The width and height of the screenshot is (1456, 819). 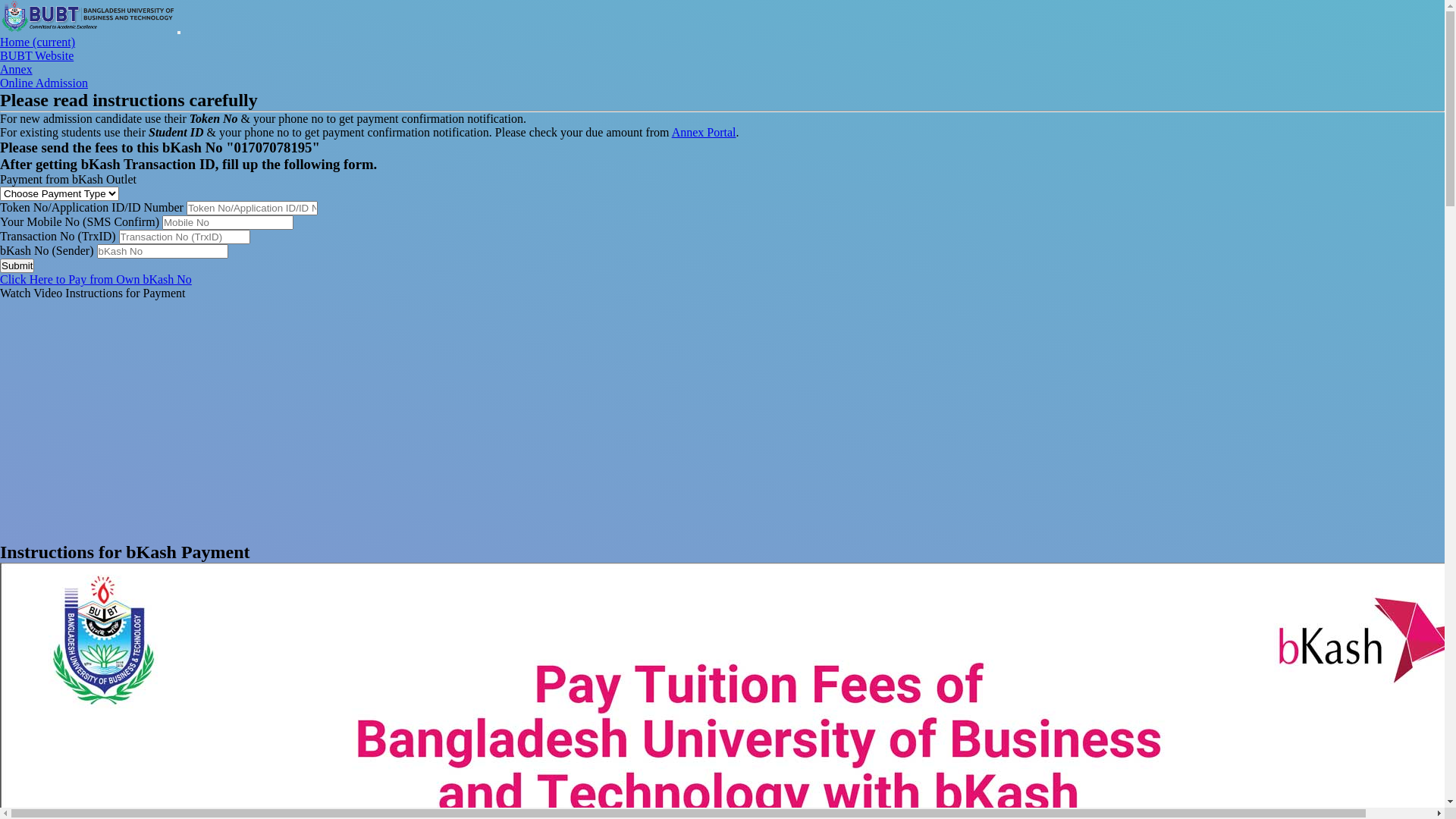 What do you see at coordinates (37, 41) in the screenshot?
I see `'Home (current)'` at bounding box center [37, 41].